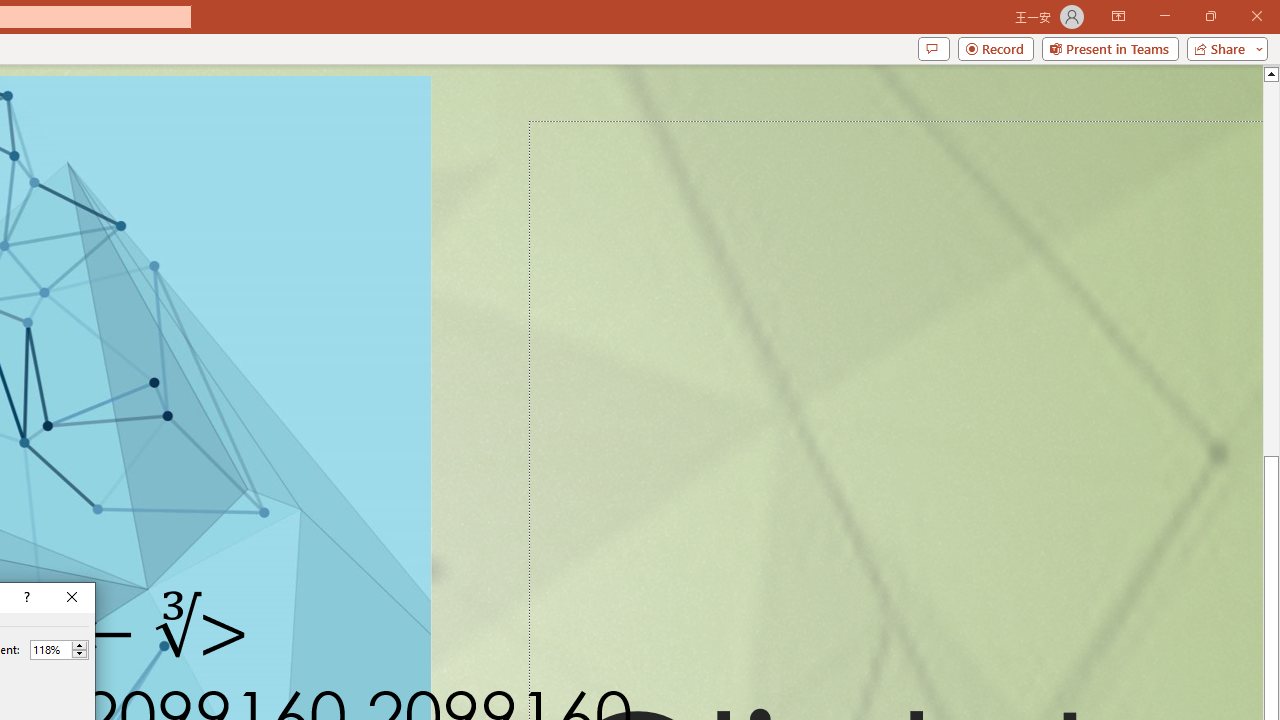 The image size is (1280, 720). What do you see at coordinates (25, 596) in the screenshot?
I see `'Context help'` at bounding box center [25, 596].